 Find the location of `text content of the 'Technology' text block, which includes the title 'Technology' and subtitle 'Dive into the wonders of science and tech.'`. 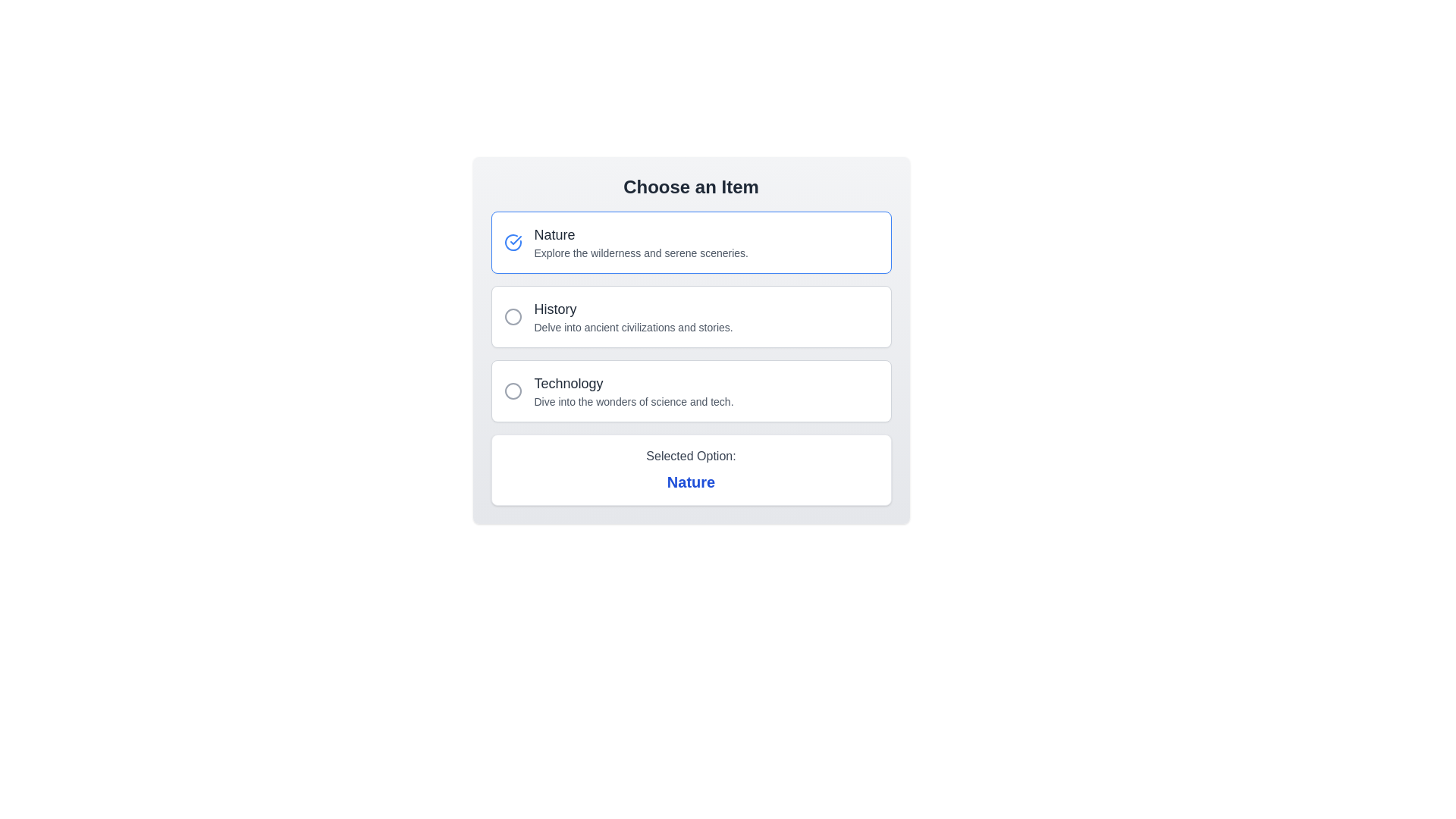

text content of the 'Technology' text block, which includes the title 'Technology' and subtitle 'Dive into the wonders of science and tech.' is located at coordinates (633, 391).